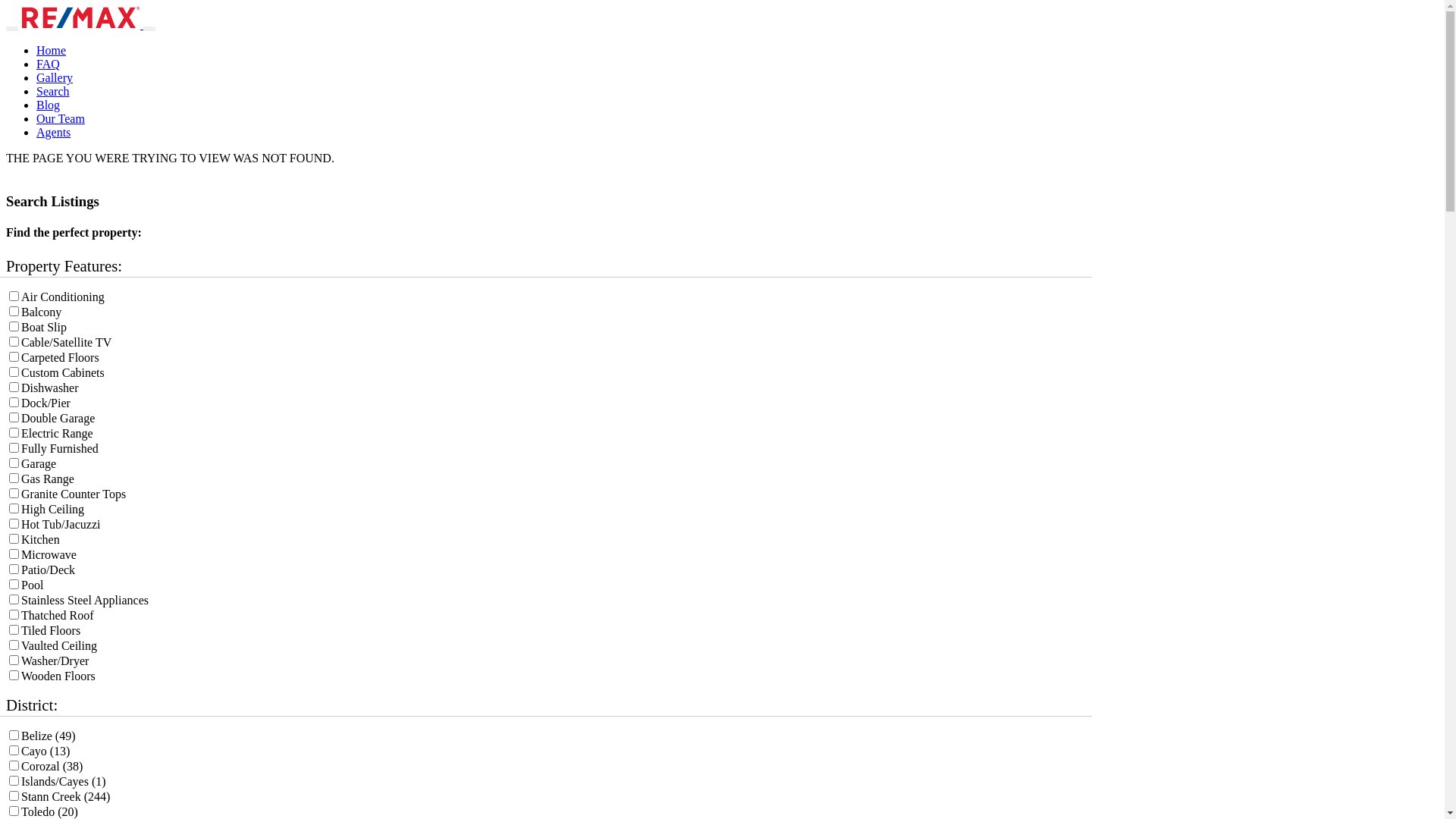  I want to click on 'Search', so click(53, 91).